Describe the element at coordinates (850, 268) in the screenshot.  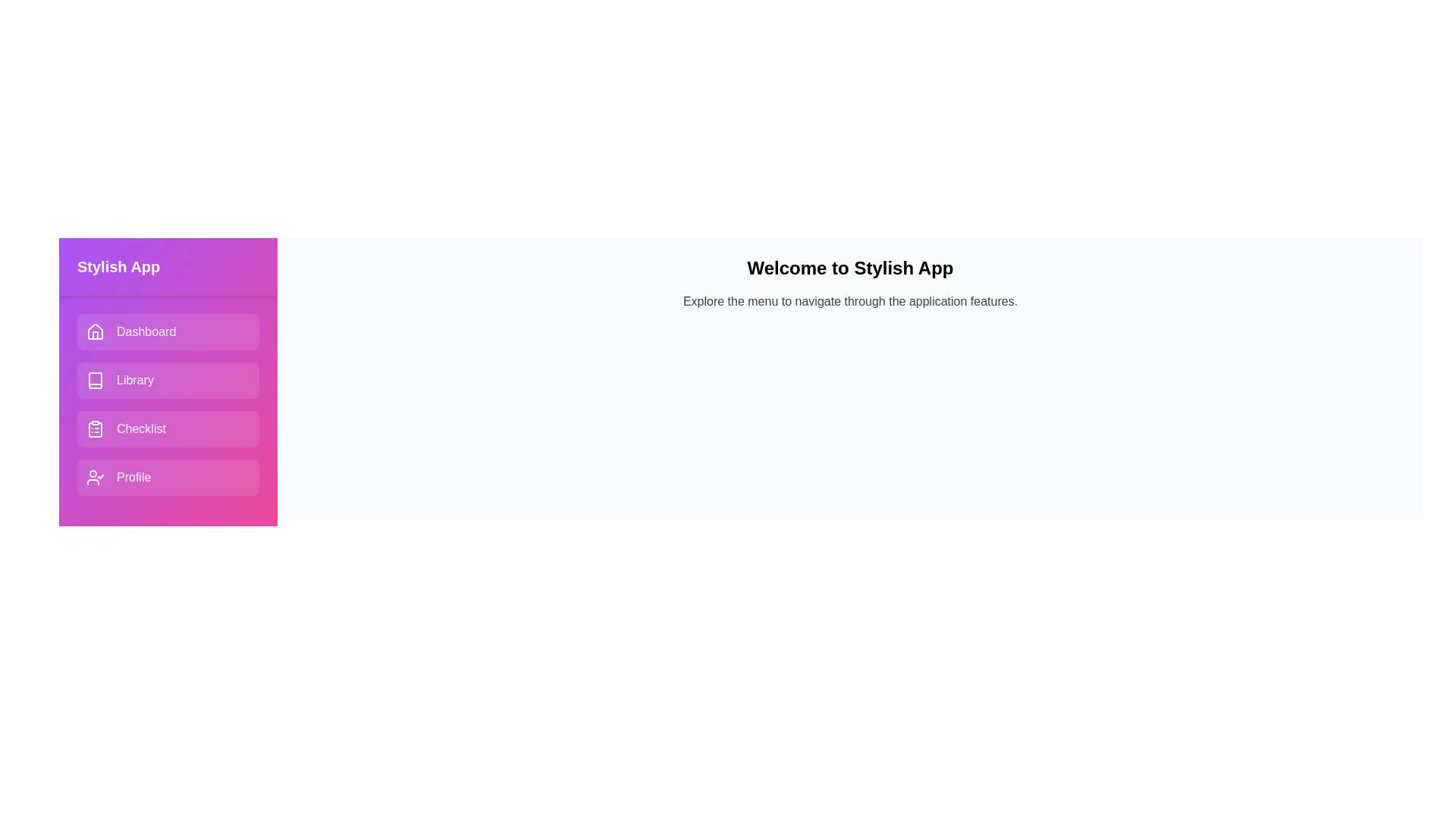
I see `the header text 'Welcome to Stylish App' to interact with it` at that location.